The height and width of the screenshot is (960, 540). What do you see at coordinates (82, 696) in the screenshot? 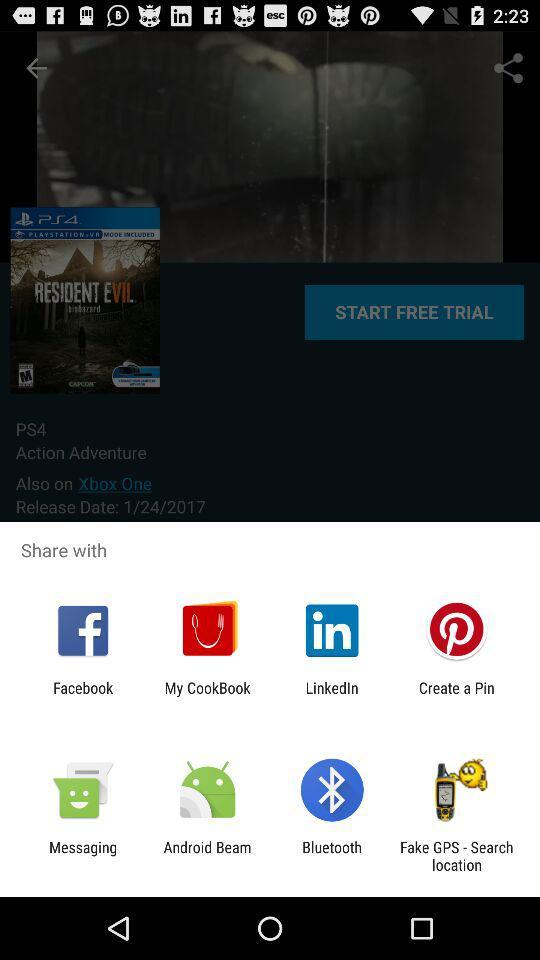
I see `the facebook icon` at bounding box center [82, 696].